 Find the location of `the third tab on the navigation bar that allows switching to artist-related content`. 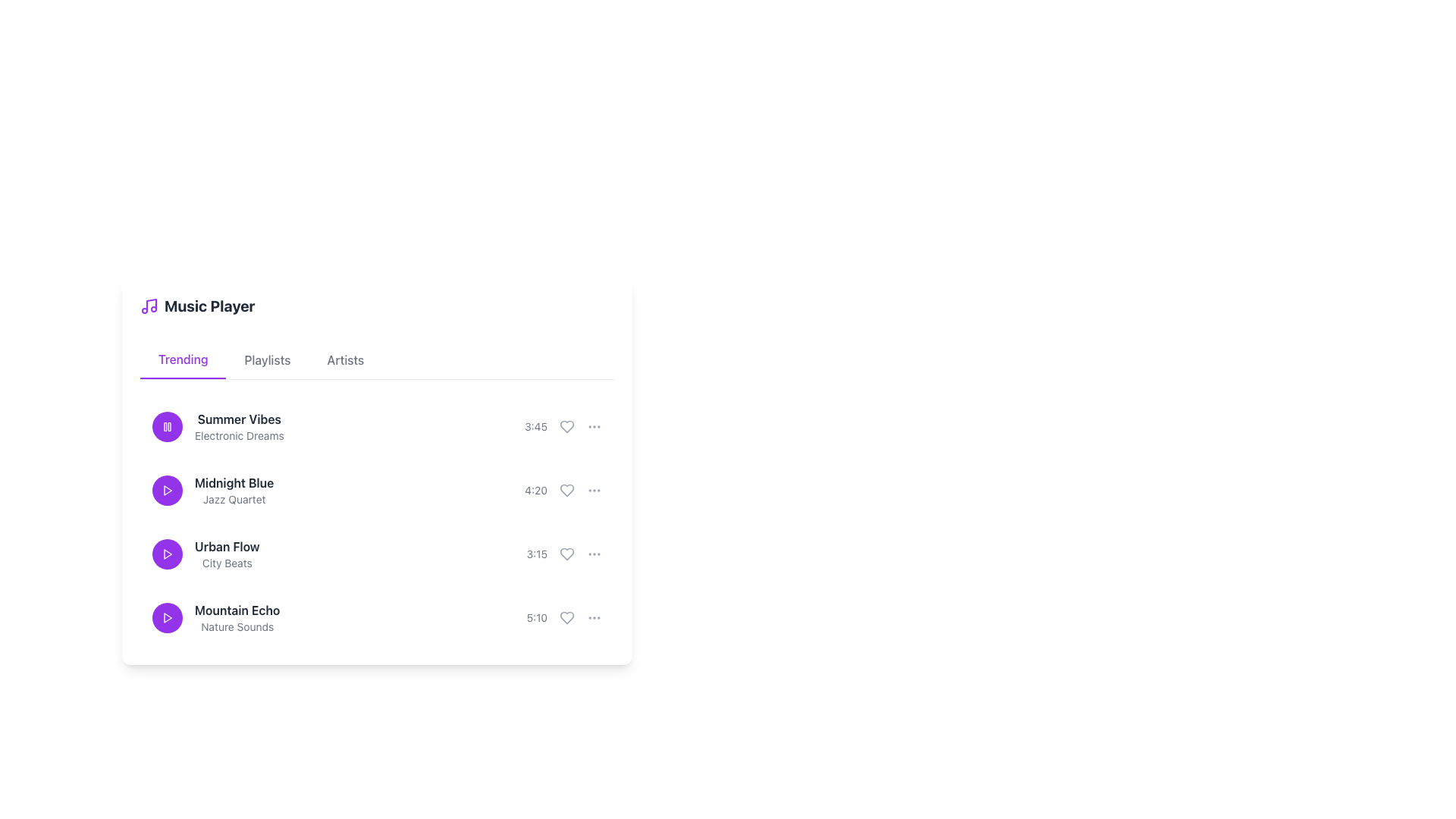

the third tab on the navigation bar that allows switching to artist-related content is located at coordinates (345, 359).